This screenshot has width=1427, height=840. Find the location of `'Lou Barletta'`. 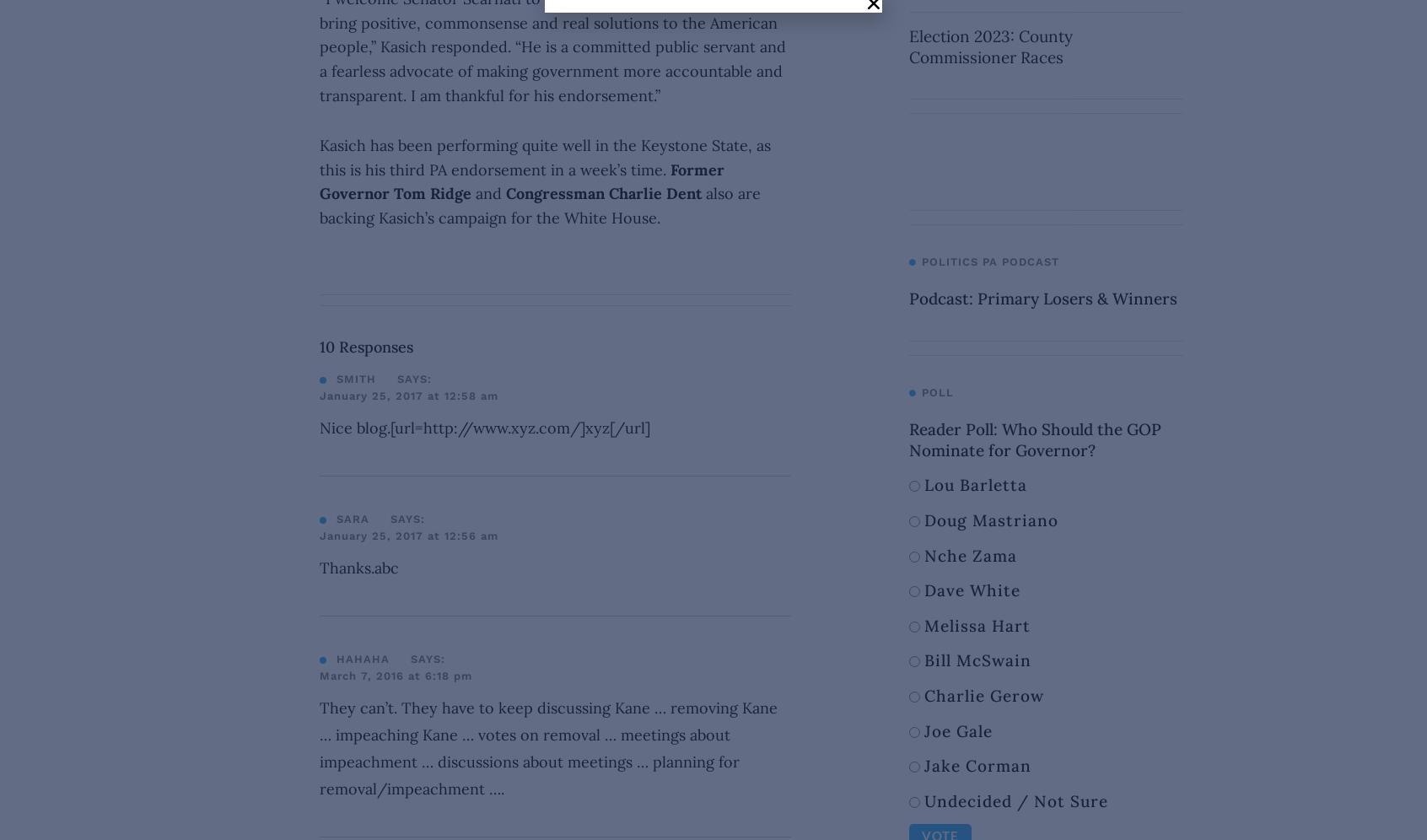

'Lou Barletta' is located at coordinates (973, 483).